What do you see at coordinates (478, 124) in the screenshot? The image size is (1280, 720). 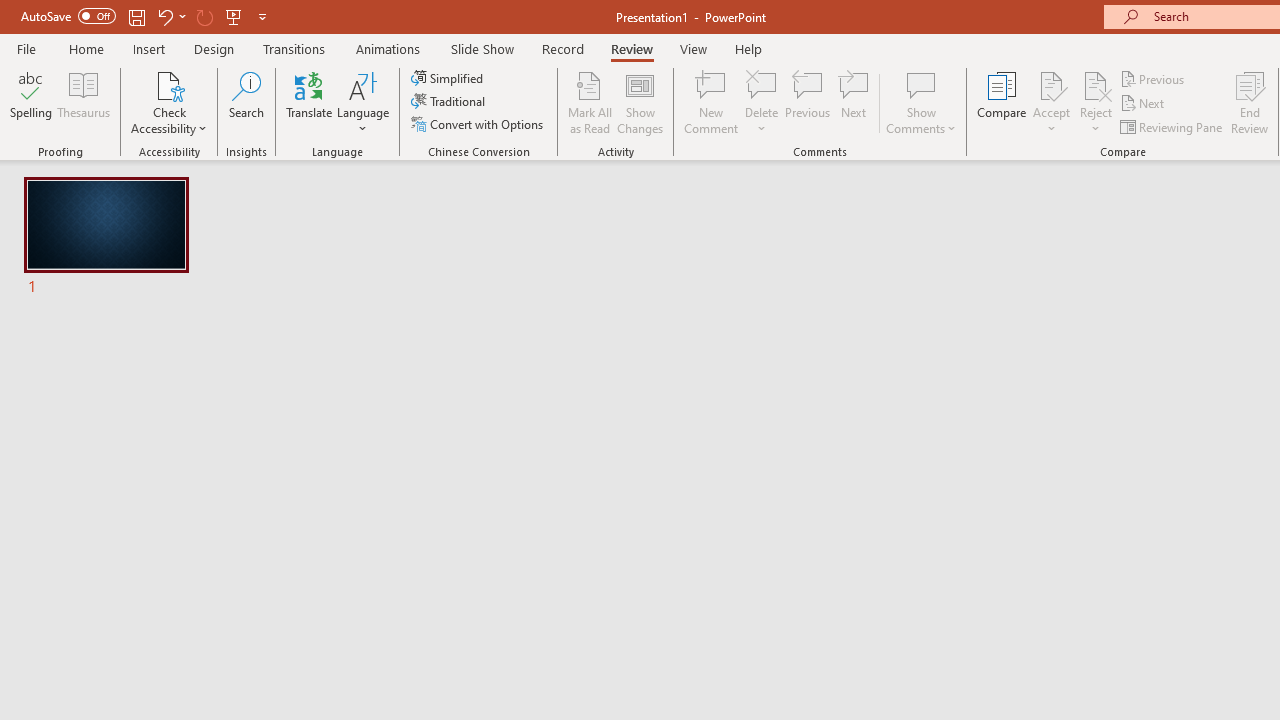 I see `'Convert with Options...'` at bounding box center [478, 124].